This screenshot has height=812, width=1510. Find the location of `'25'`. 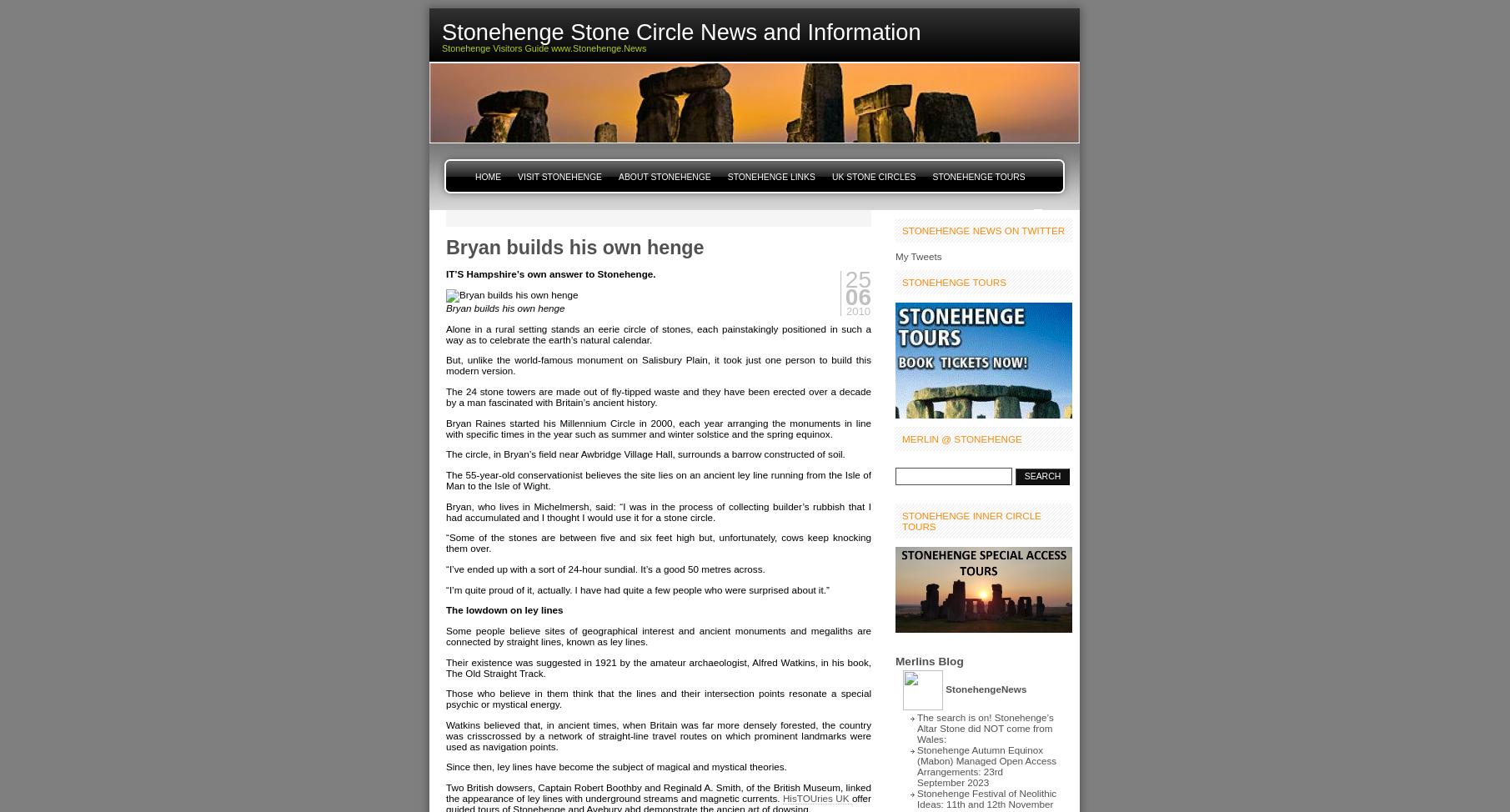

'25' is located at coordinates (858, 278).